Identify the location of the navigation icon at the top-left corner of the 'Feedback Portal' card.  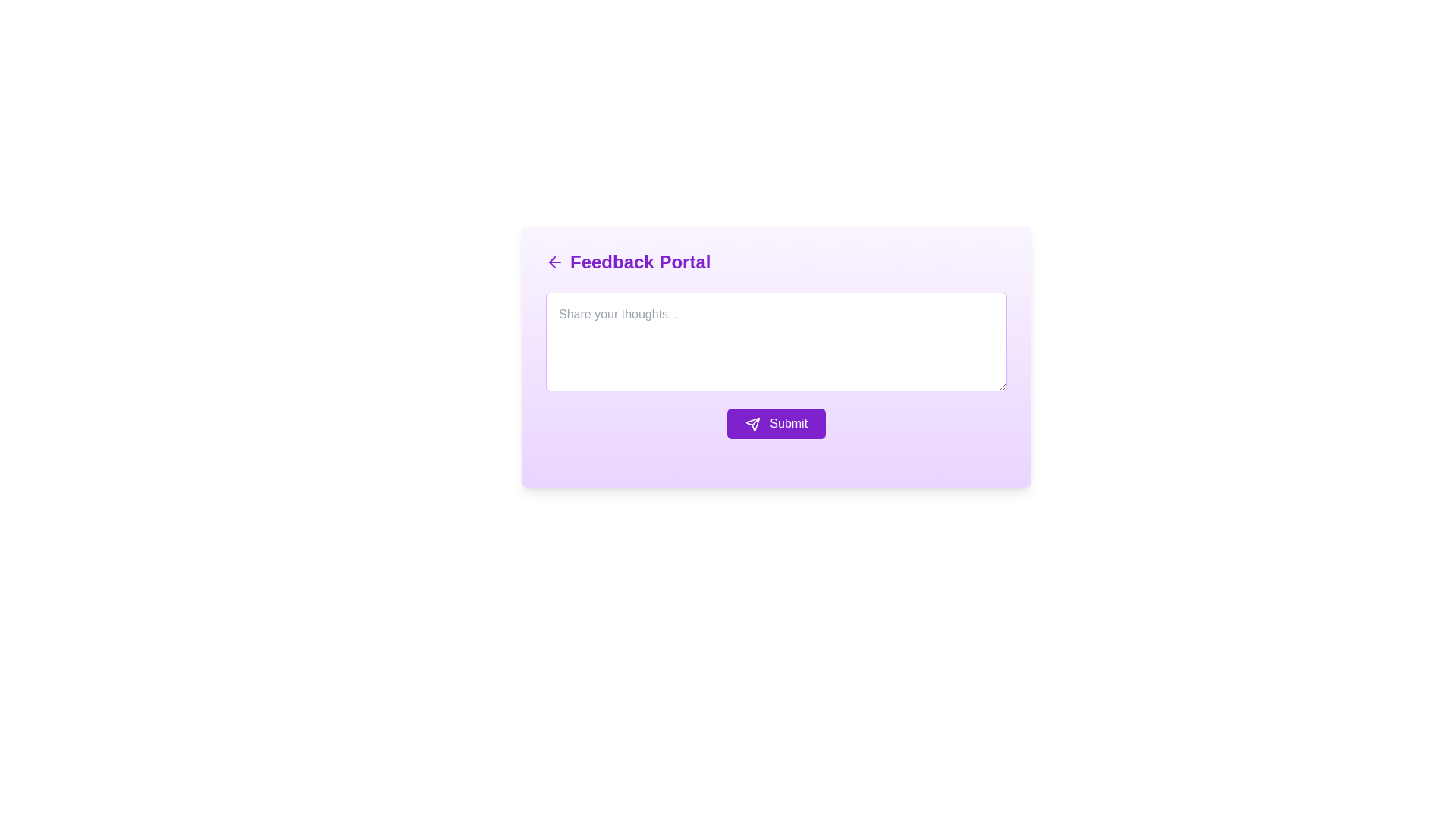
(554, 262).